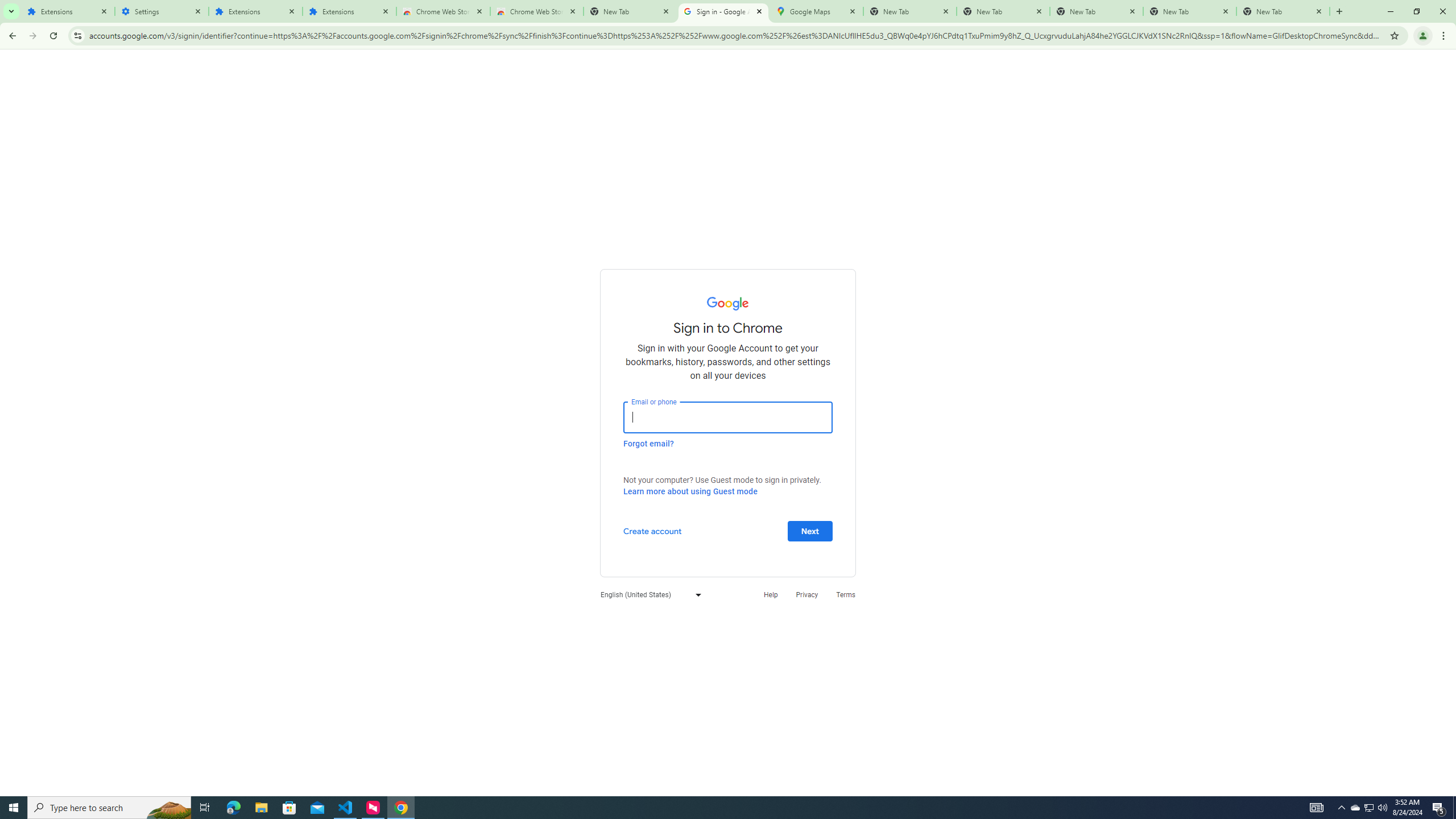 The height and width of the screenshot is (819, 1456). What do you see at coordinates (536, 11) in the screenshot?
I see `'Chrome Web Store - Themes'` at bounding box center [536, 11].